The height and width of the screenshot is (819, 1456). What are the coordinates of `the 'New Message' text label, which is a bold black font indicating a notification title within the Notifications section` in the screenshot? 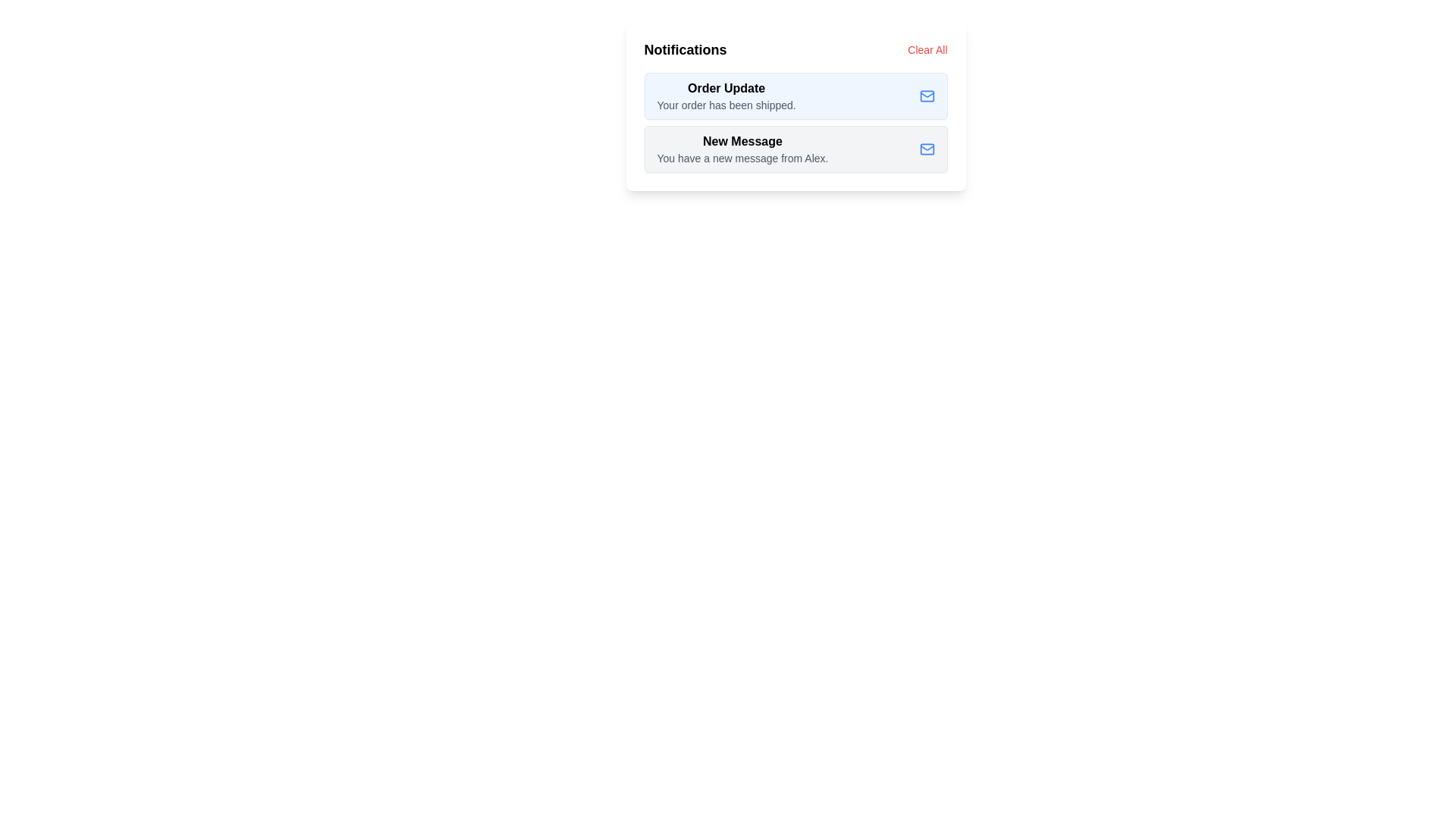 It's located at (742, 141).